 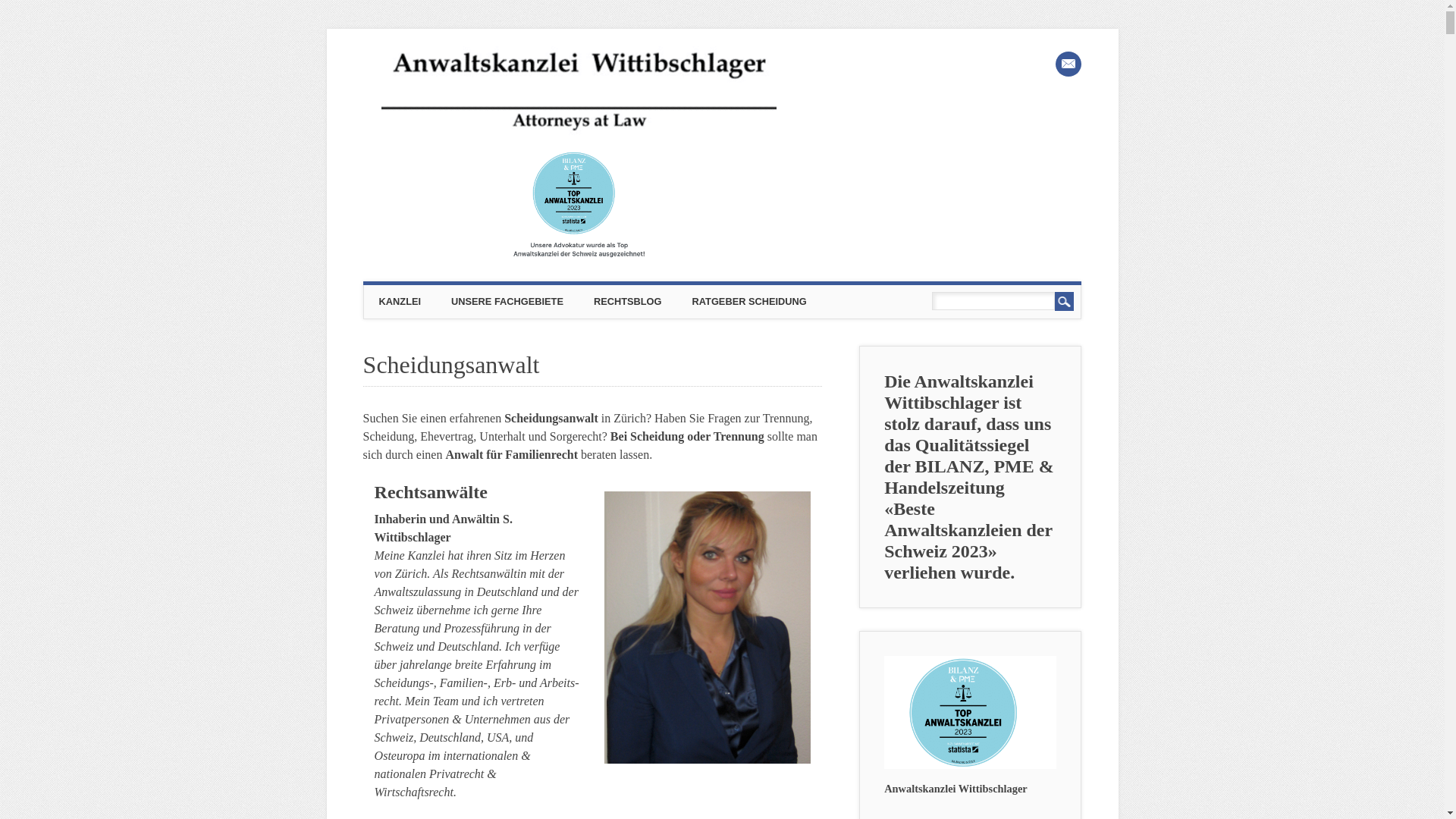 What do you see at coordinates (1068, 63) in the screenshot?
I see `'Email'` at bounding box center [1068, 63].